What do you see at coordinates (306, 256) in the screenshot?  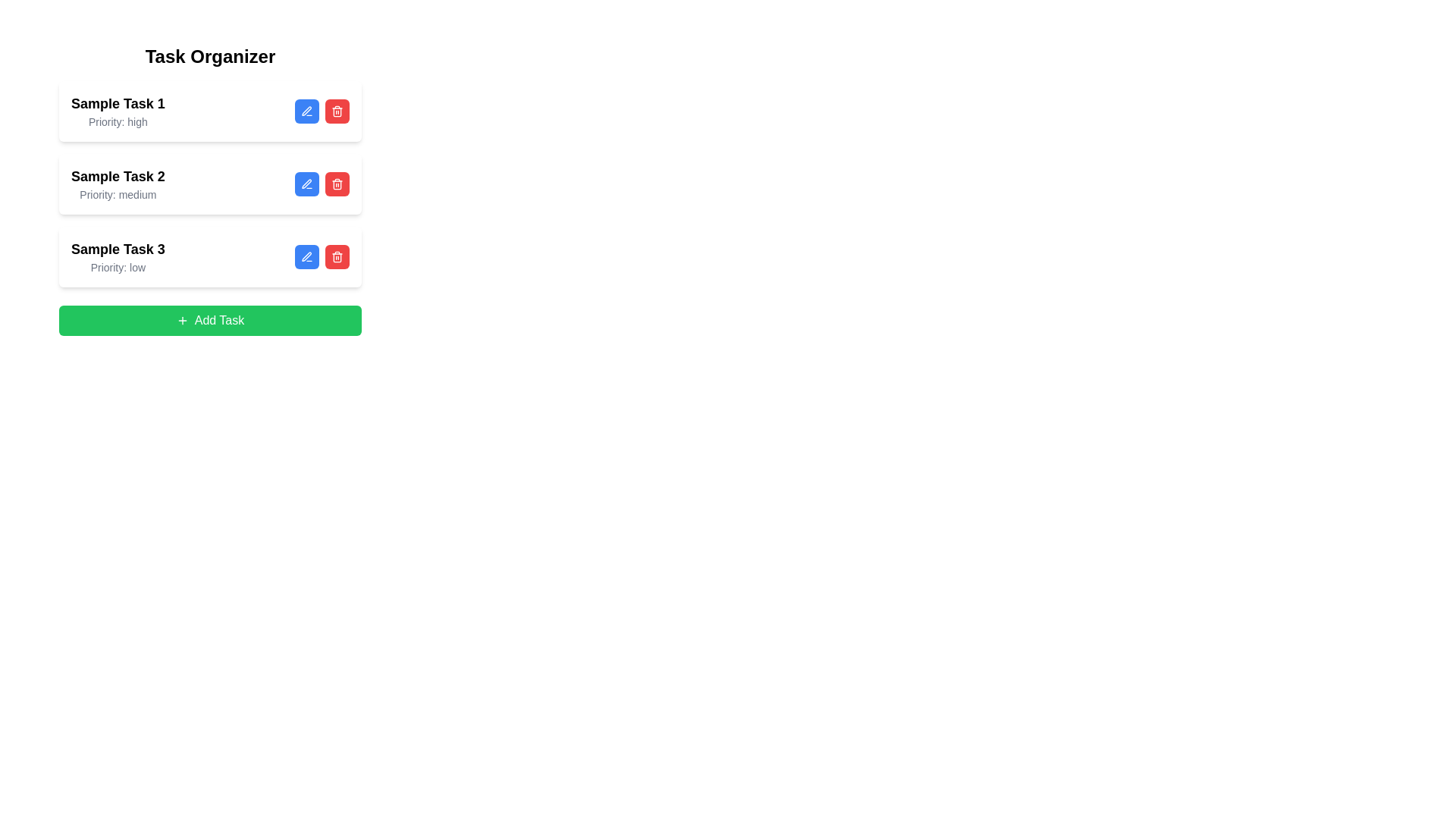 I see `the edit button with a pen icon located to the left of the red trash icon in the 'Sample Task 3' card interface` at bounding box center [306, 256].